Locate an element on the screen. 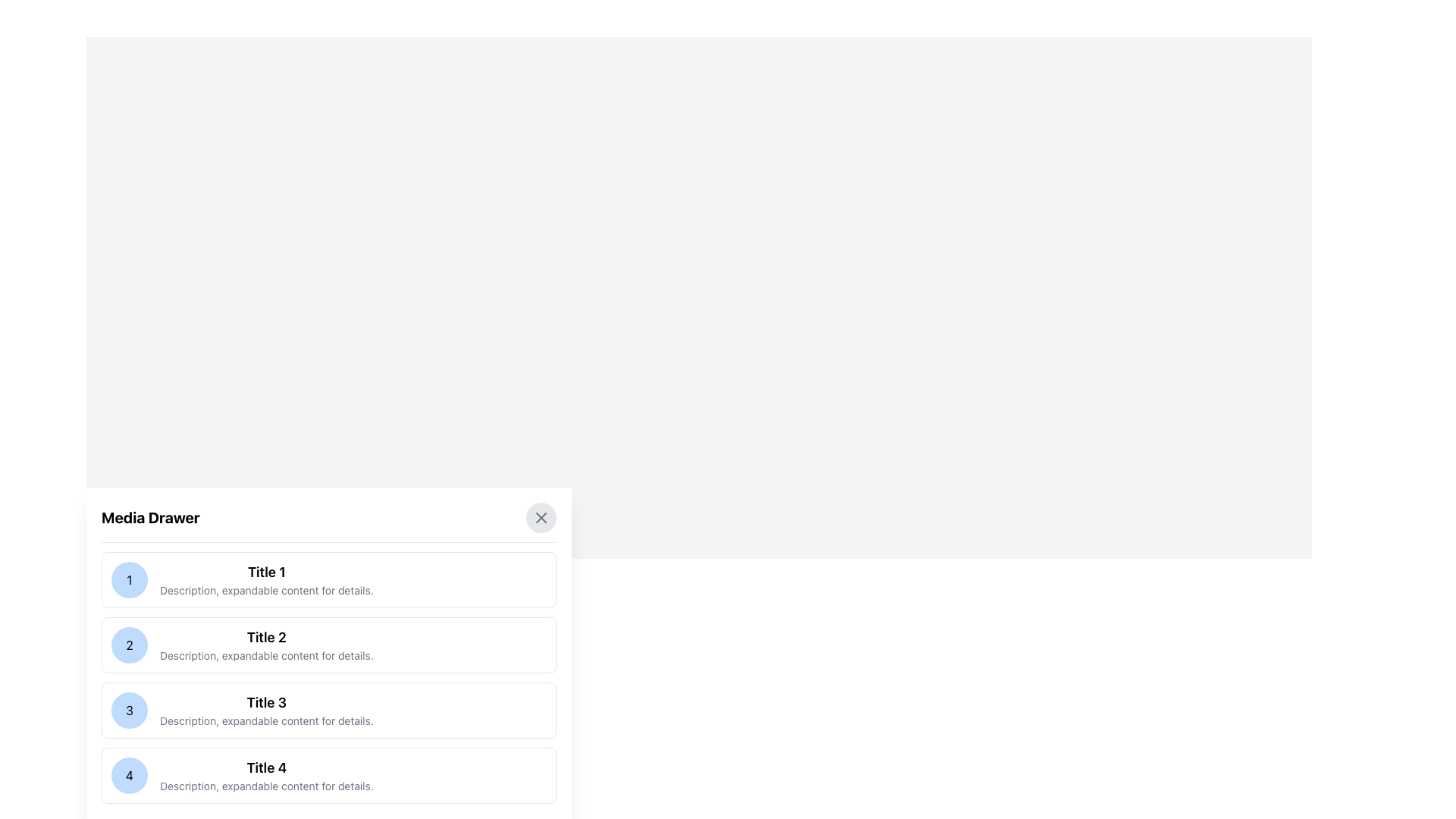 The height and width of the screenshot is (819, 1456). the close button 'X' icon in the top-right corner of the 'Media Drawer' panel to trigger hover effects is located at coordinates (541, 516).